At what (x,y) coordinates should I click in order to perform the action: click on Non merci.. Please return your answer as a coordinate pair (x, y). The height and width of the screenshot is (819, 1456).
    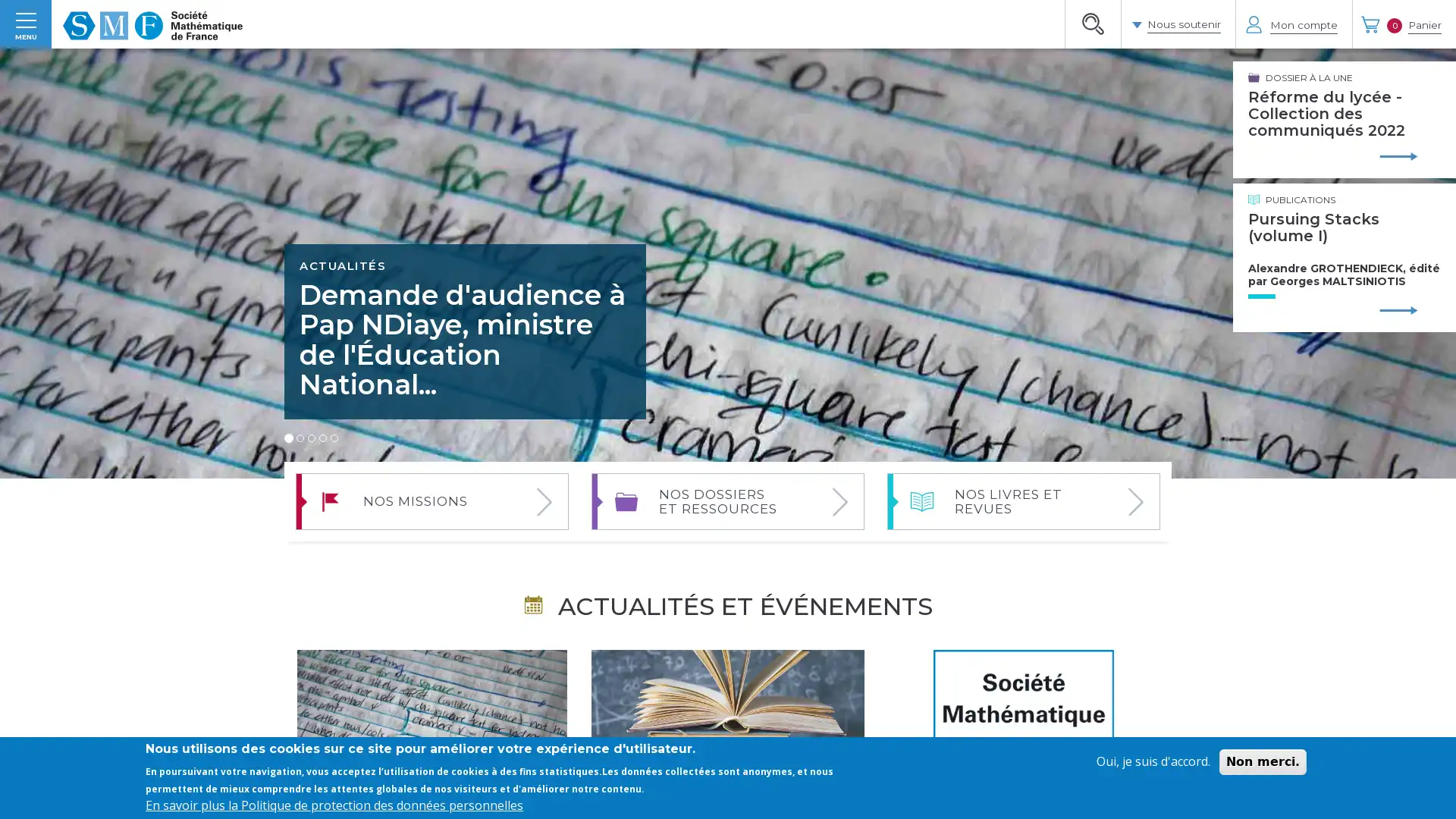
    Looking at the image, I should click on (1263, 761).